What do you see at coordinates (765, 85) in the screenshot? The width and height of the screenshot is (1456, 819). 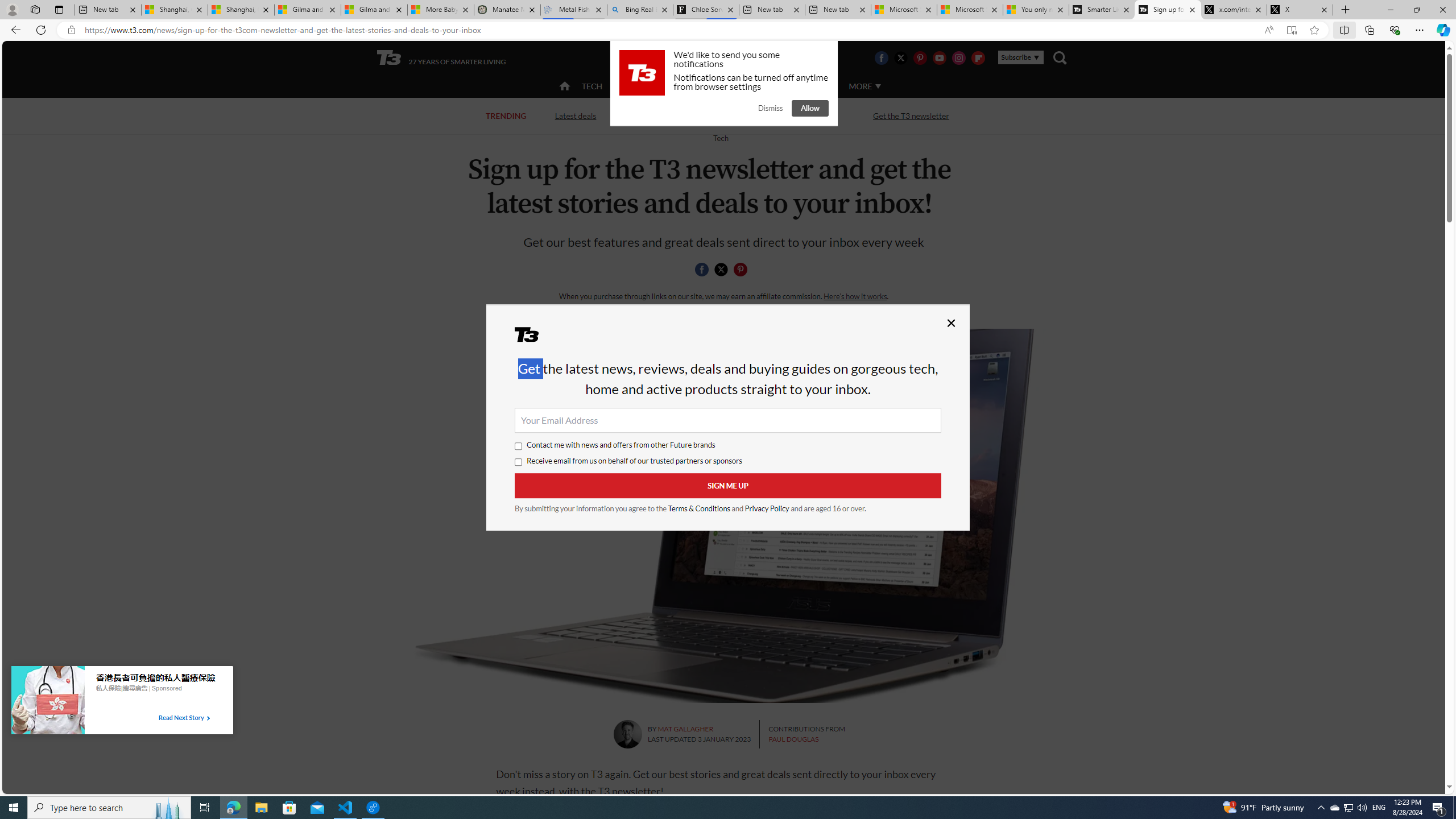 I see `'LUXURY'` at bounding box center [765, 85].